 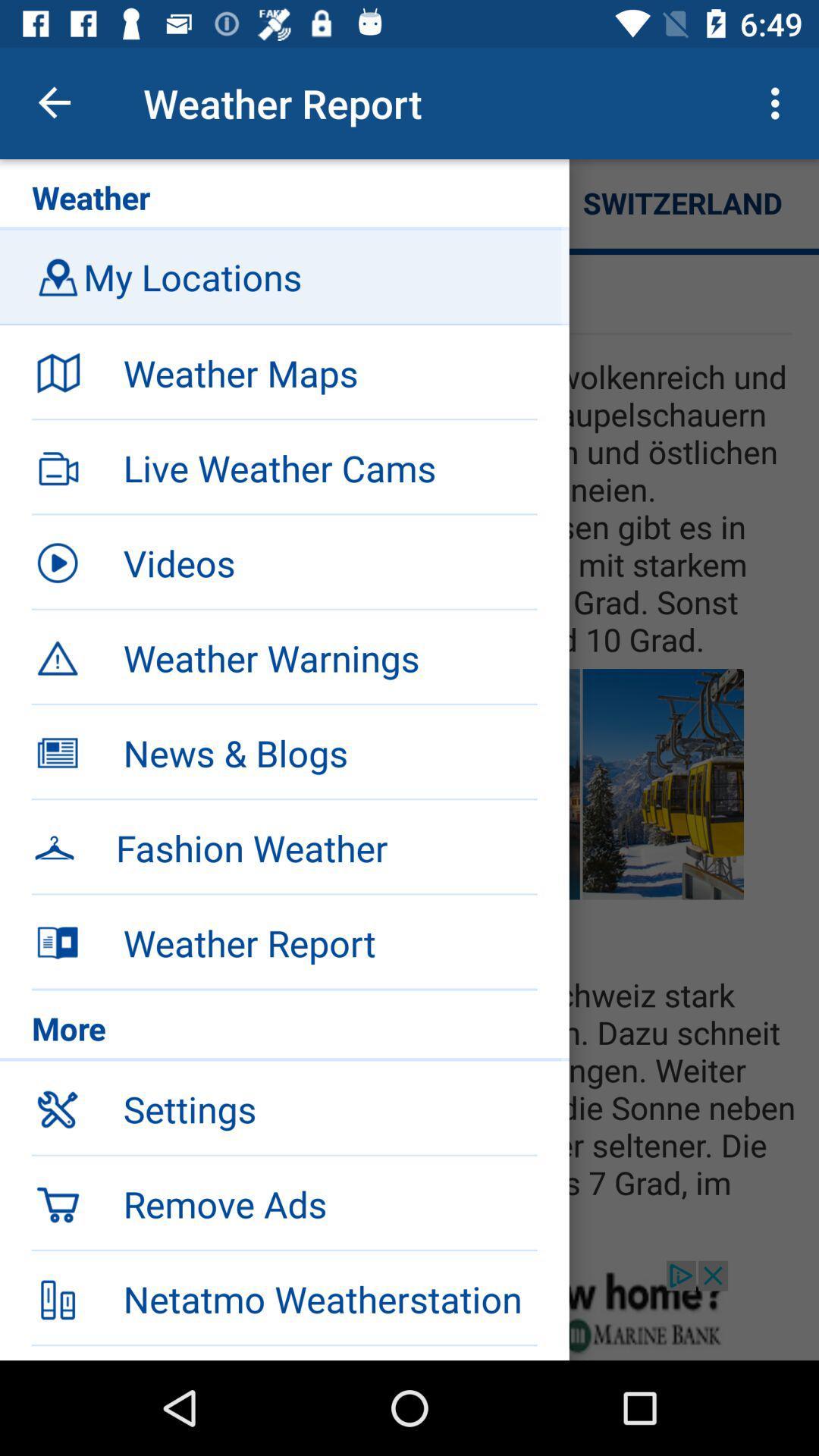 What do you see at coordinates (57, 1109) in the screenshot?
I see `the setting option` at bounding box center [57, 1109].